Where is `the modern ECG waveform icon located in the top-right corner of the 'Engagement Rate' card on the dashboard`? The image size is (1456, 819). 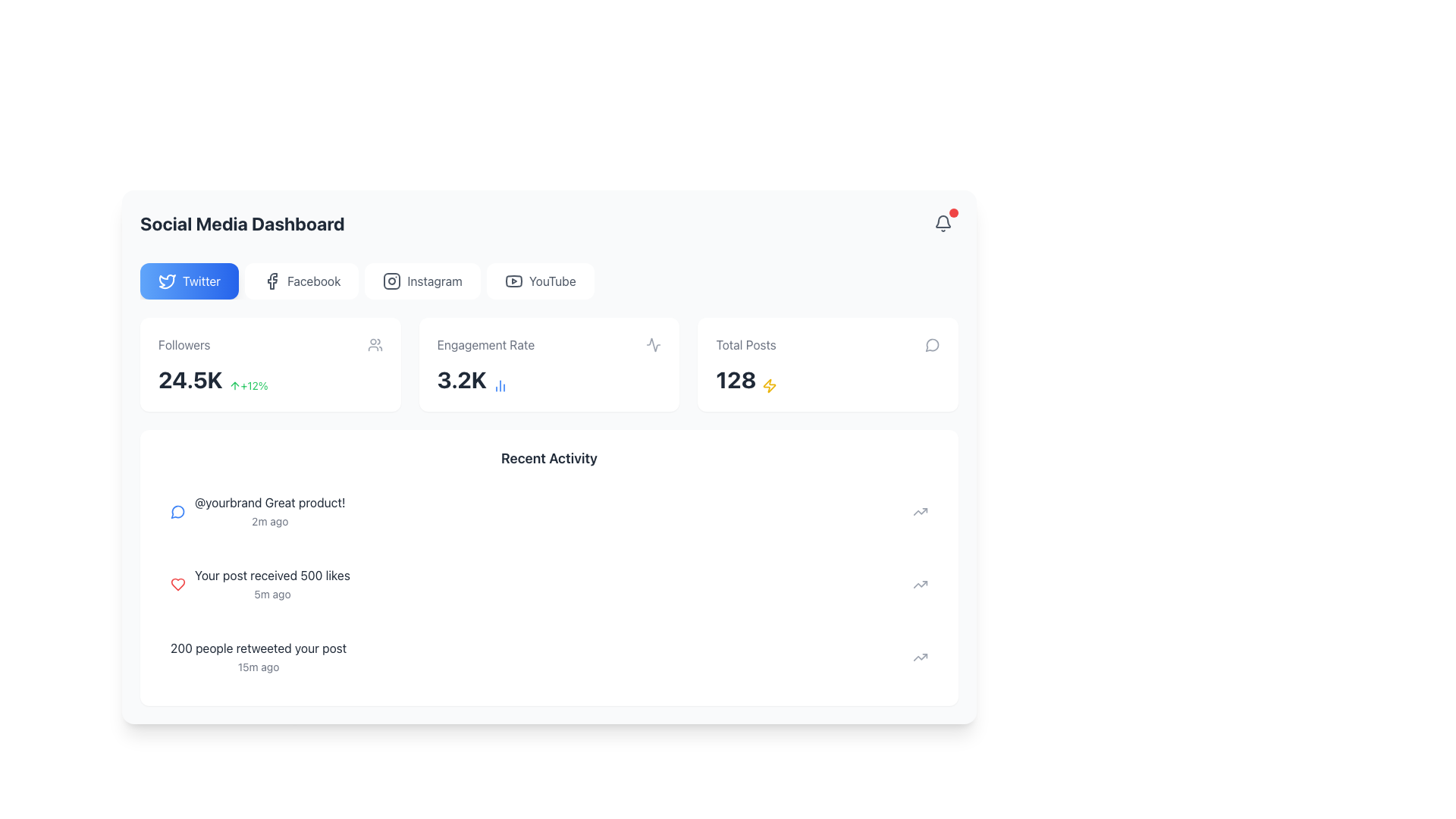 the modern ECG waveform icon located in the top-right corner of the 'Engagement Rate' card on the dashboard is located at coordinates (654, 345).